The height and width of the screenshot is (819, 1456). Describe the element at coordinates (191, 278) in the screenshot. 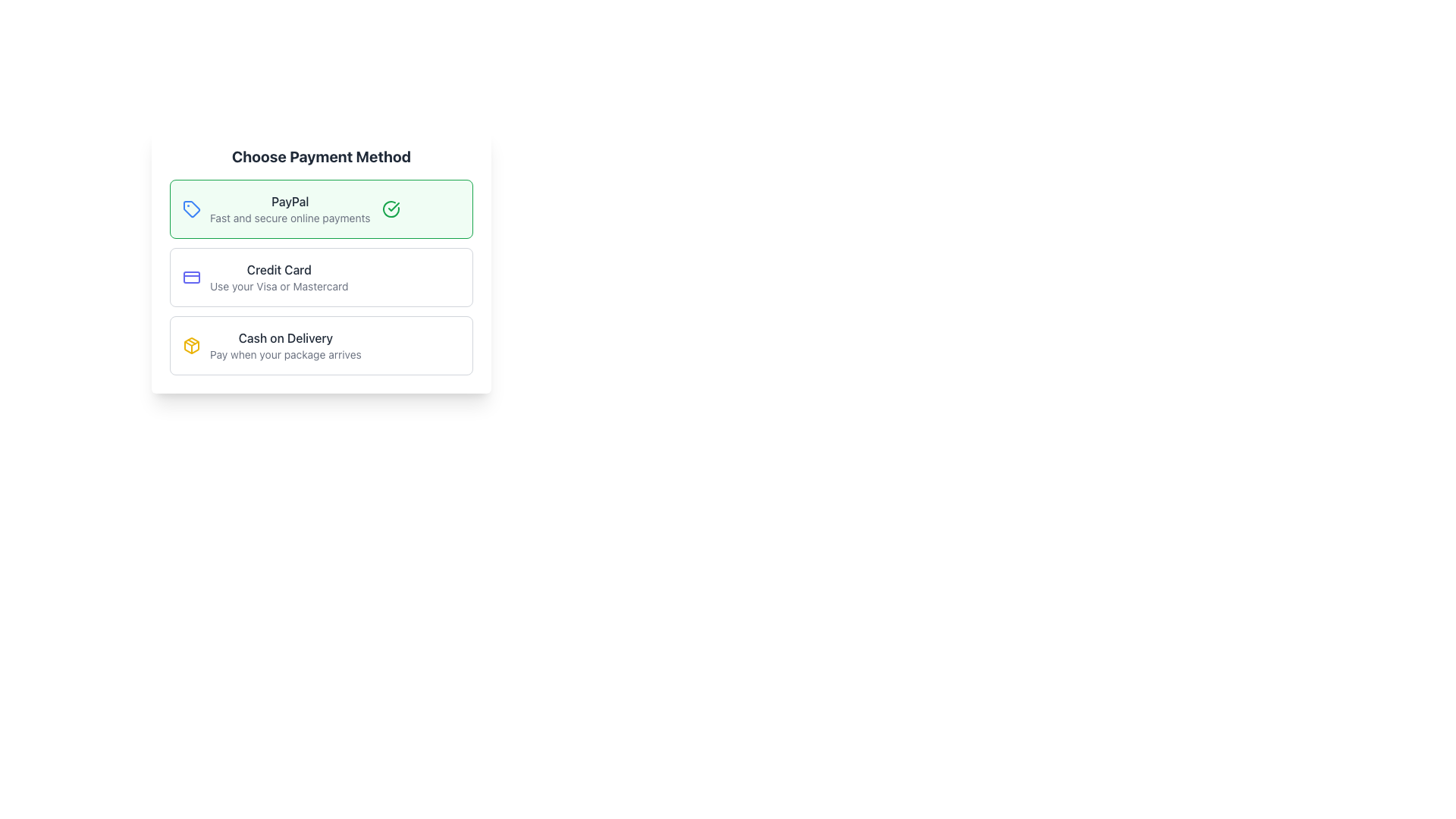

I see `SVG-based rectangle with rounded corners representing the 'Credit Card' option located in the second row of payment method options` at that location.